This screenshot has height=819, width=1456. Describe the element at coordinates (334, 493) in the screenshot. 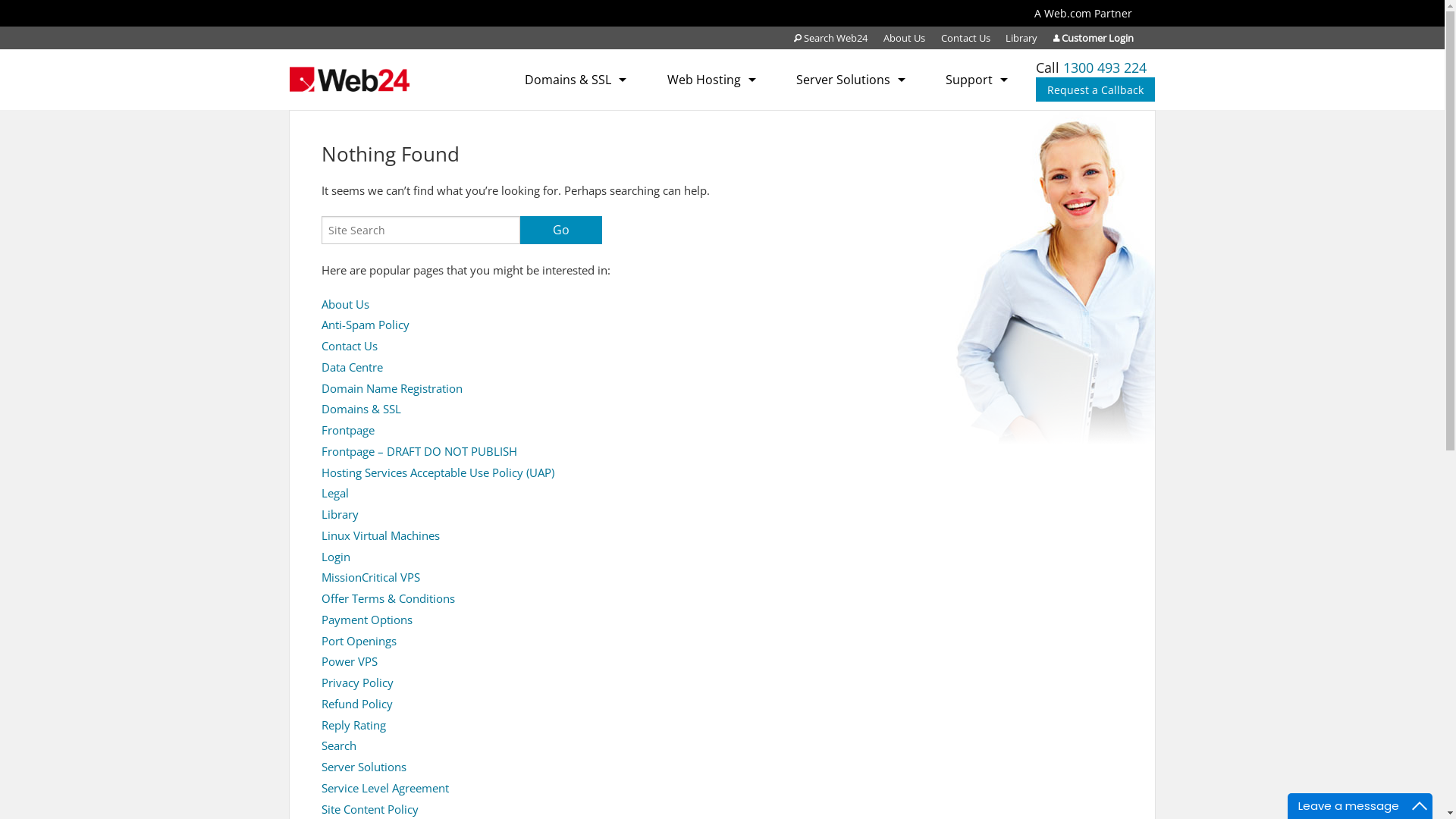

I see `'Legal'` at that location.